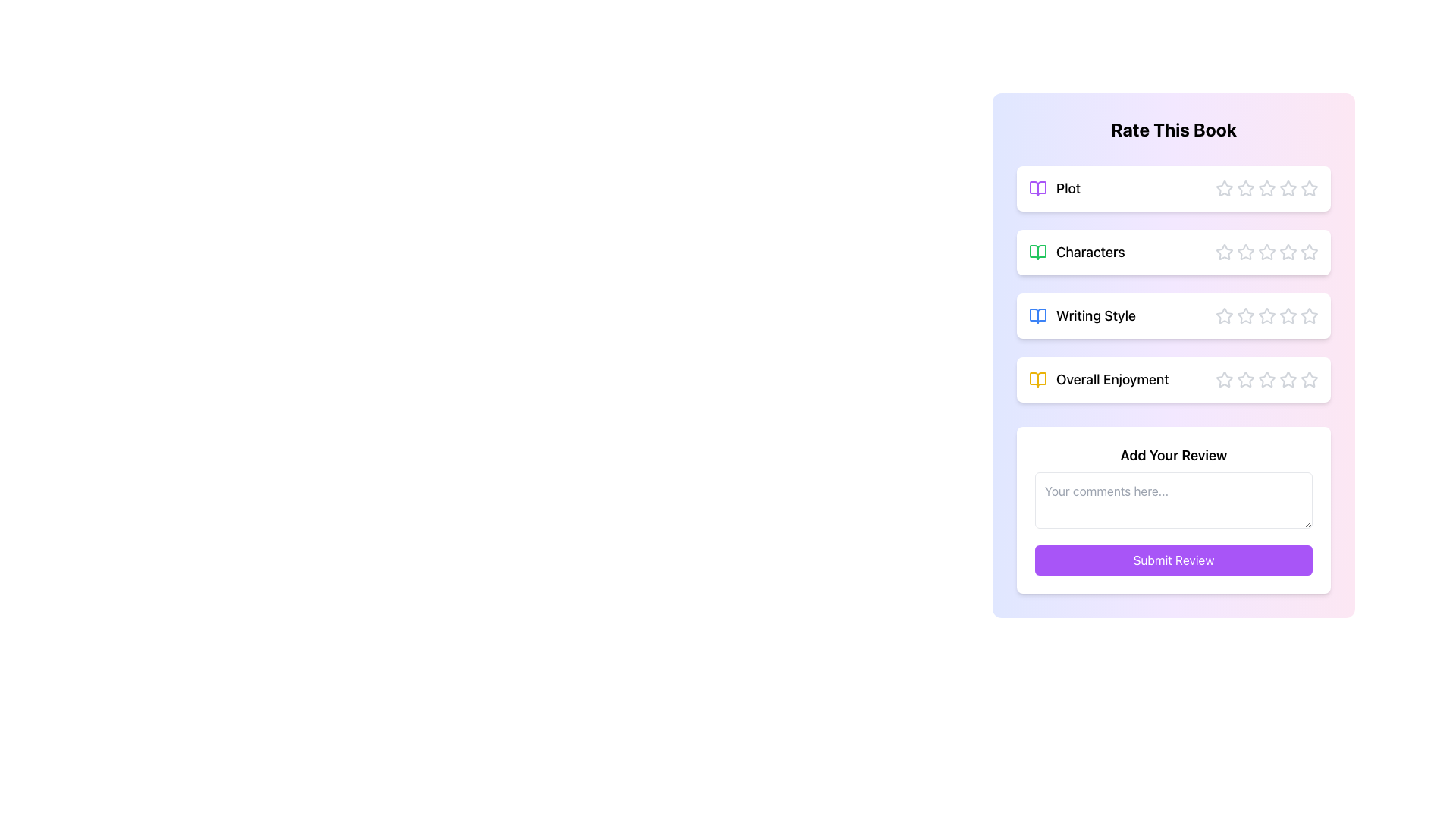  I want to click on the first star-shaped icon for rating under the 'Rate This Book' heading to rate the 'Plot' criterion, so click(1223, 187).